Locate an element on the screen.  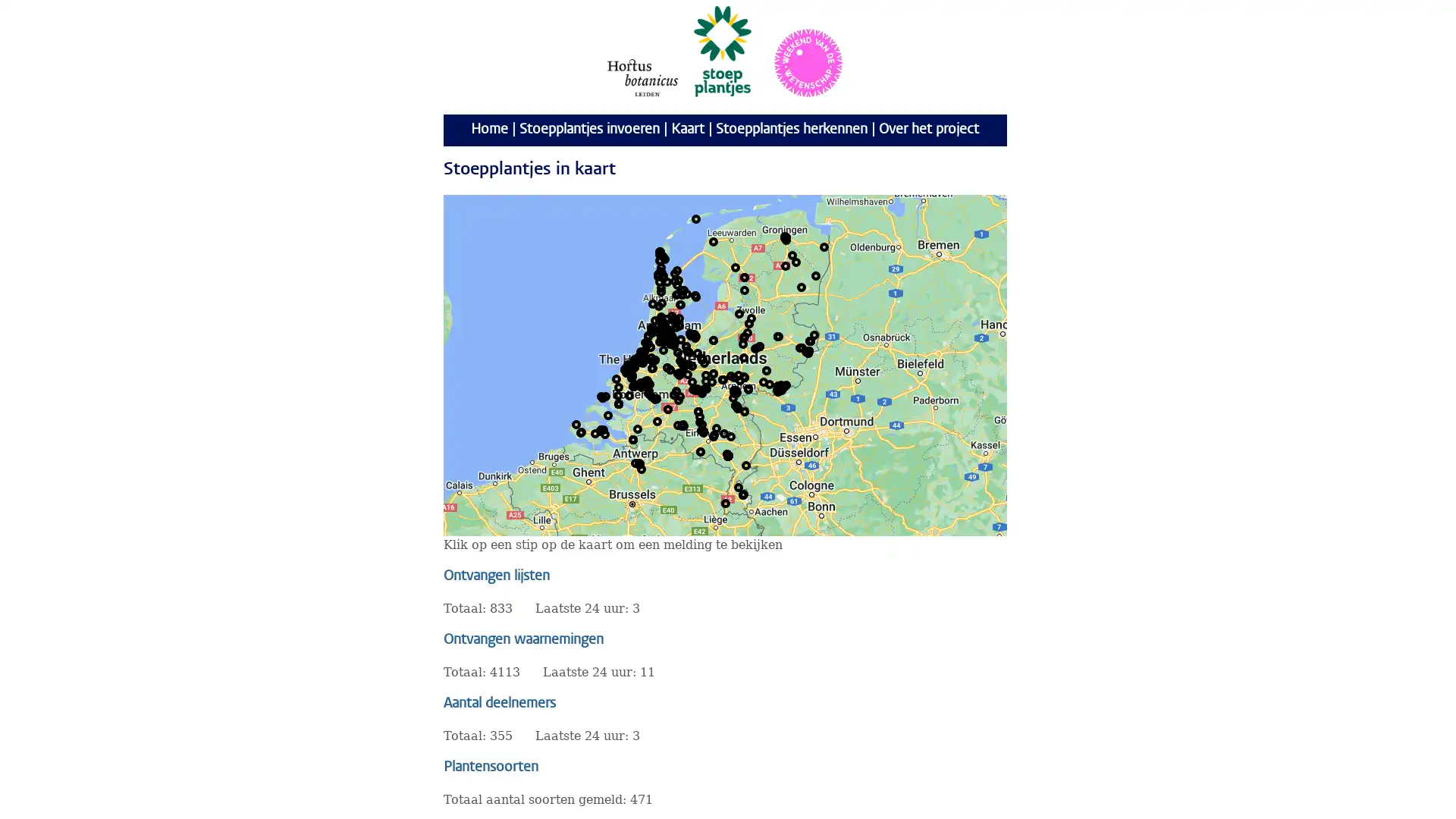
Telling van op 08 mei 2022 is located at coordinates (785, 385).